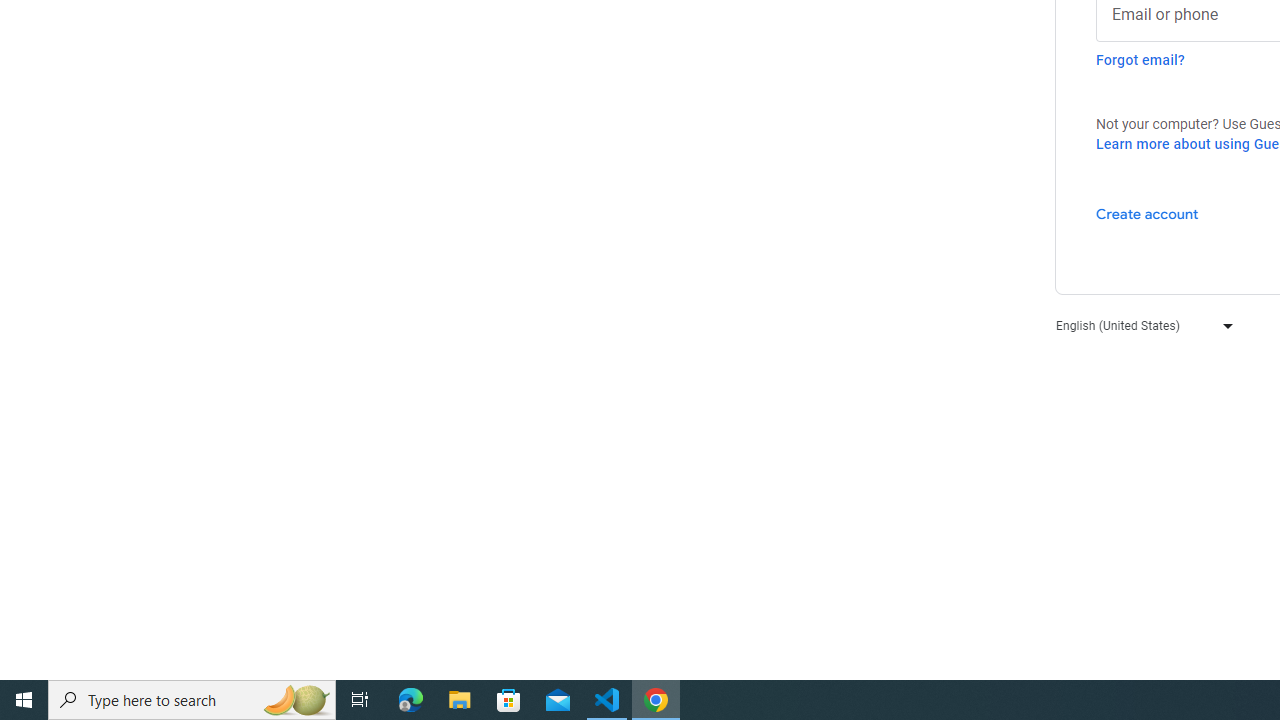 Image resolution: width=1280 pixels, height=720 pixels. Describe the element at coordinates (1140, 59) in the screenshot. I see `'Forgot email?'` at that location.